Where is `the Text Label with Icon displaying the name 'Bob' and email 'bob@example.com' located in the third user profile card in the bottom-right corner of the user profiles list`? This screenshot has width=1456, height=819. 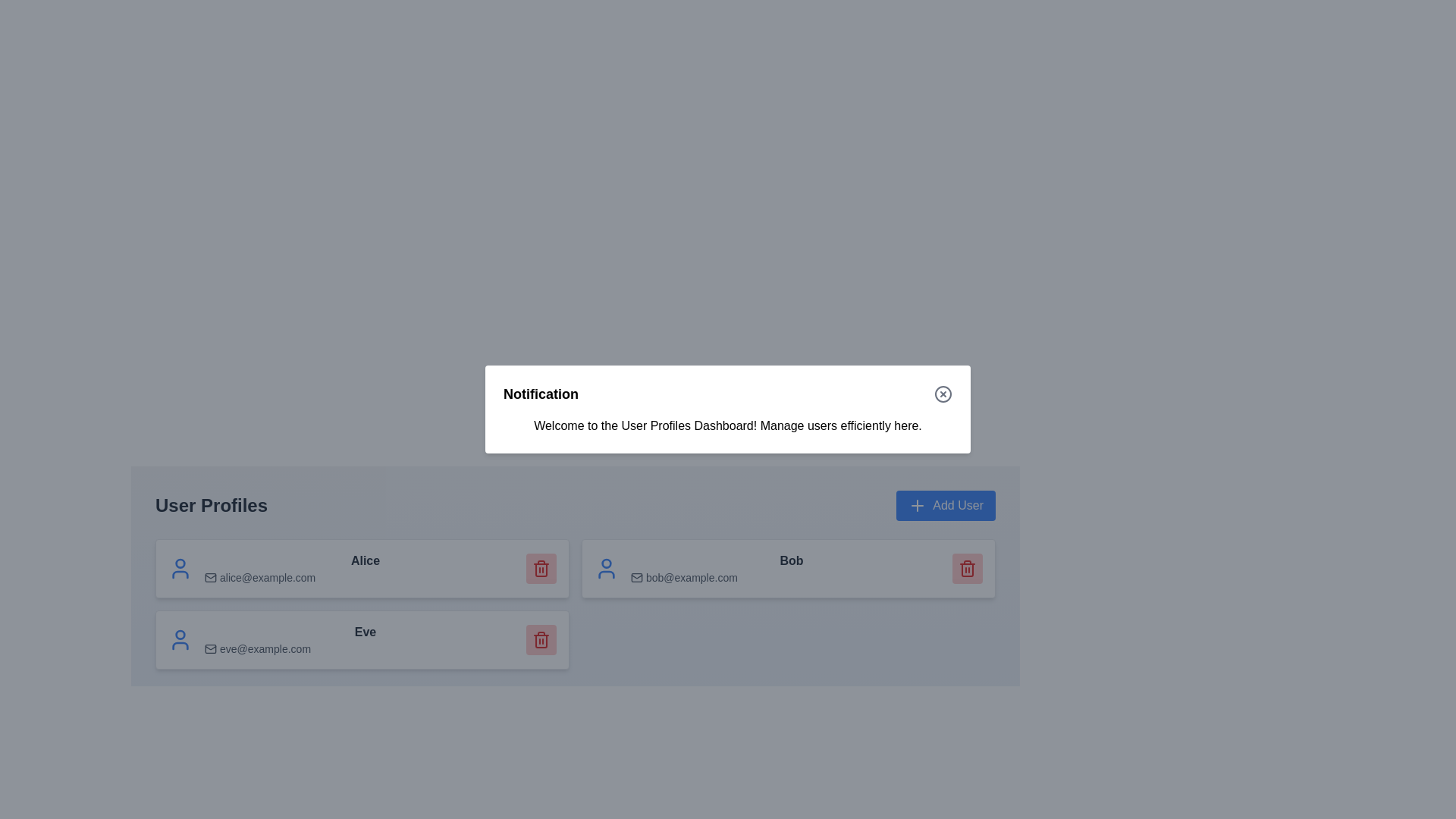 the Text Label with Icon displaying the name 'Bob' and email 'bob@example.com' located in the third user profile card in the bottom-right corner of the user profiles list is located at coordinates (790, 568).